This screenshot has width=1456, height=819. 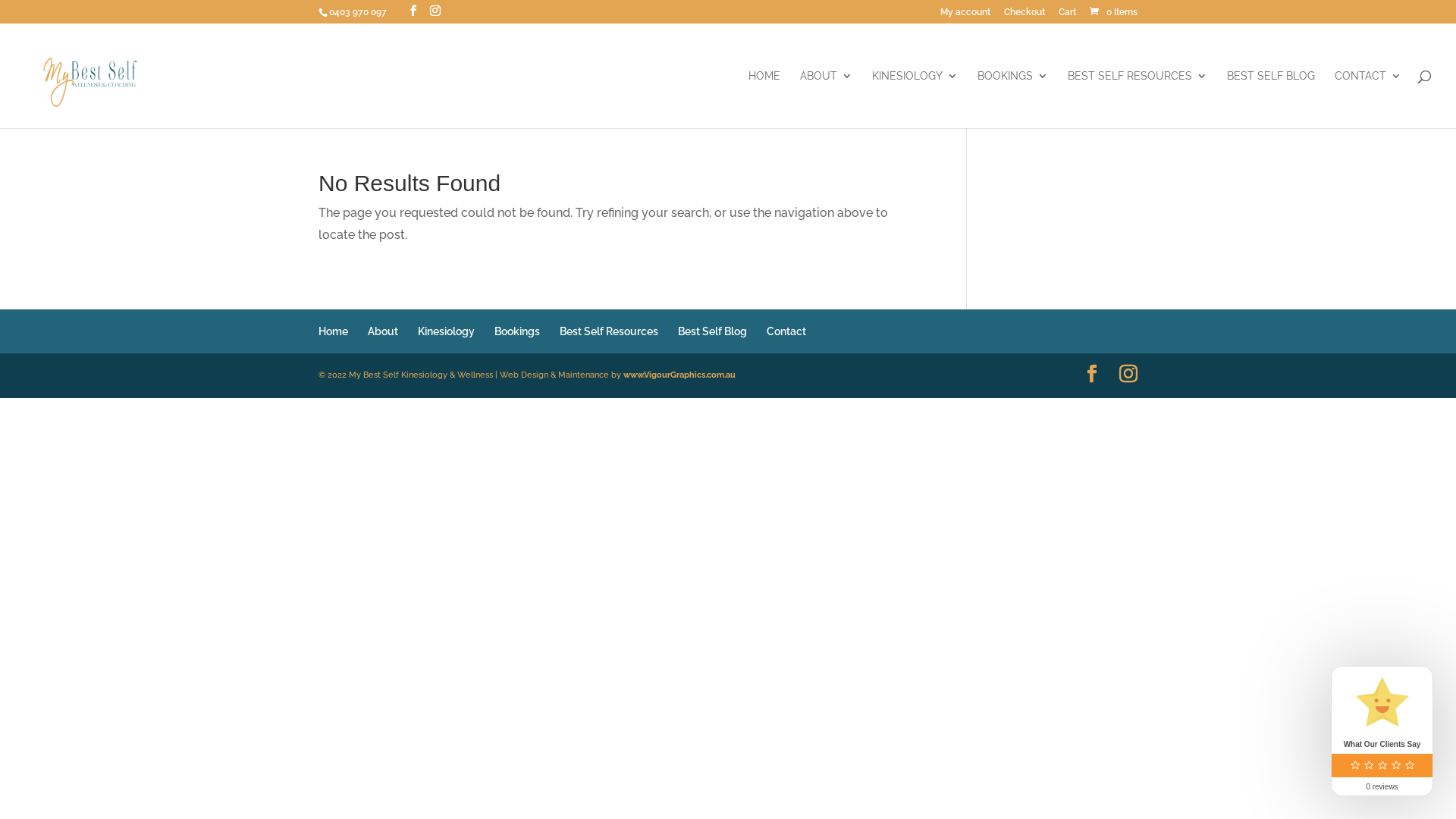 I want to click on 'Home', so click(x=332, y=330).